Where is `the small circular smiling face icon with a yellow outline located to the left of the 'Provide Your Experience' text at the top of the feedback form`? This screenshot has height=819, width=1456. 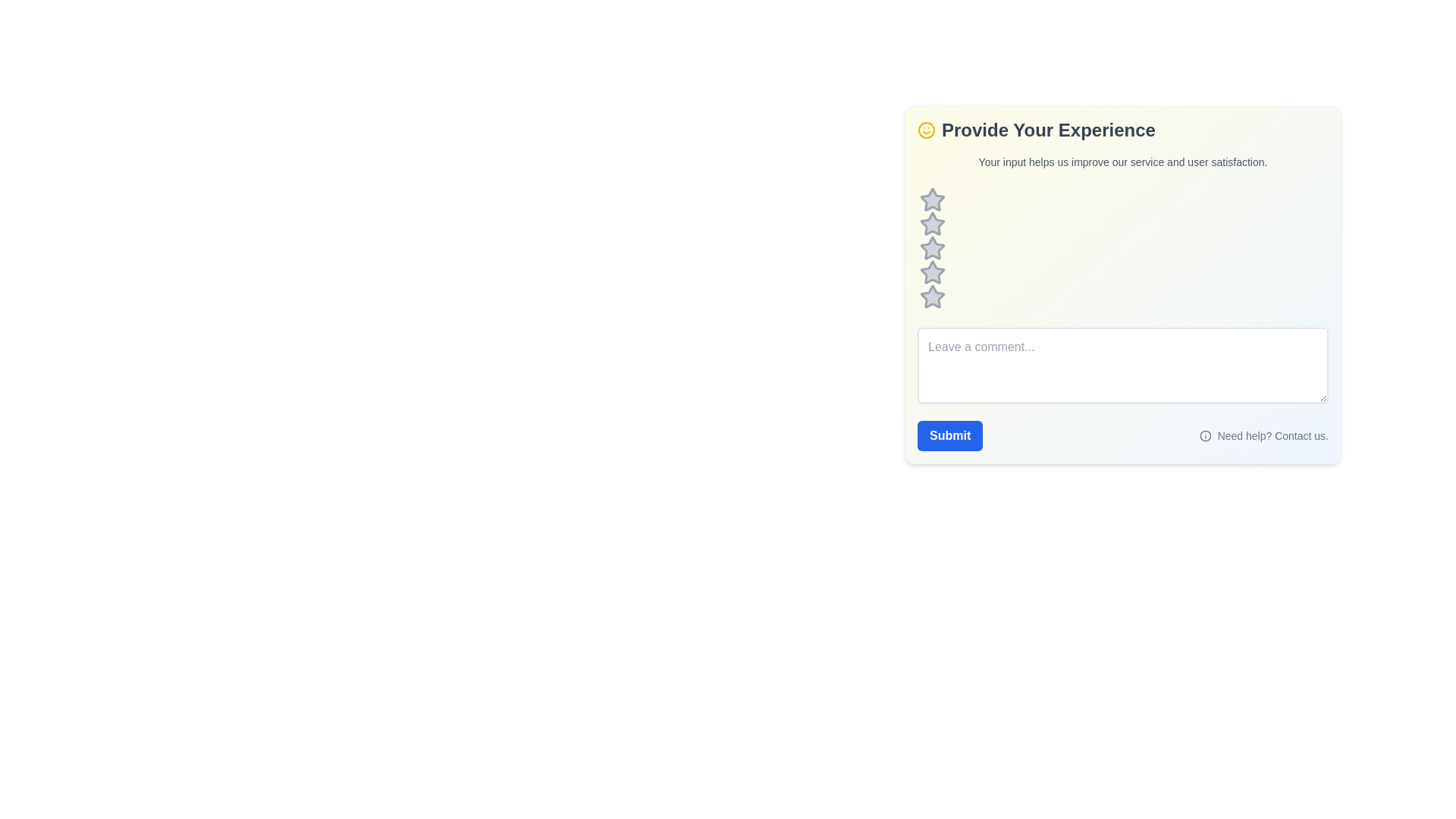
the small circular smiling face icon with a yellow outline located to the left of the 'Provide Your Experience' text at the top of the feedback form is located at coordinates (926, 130).